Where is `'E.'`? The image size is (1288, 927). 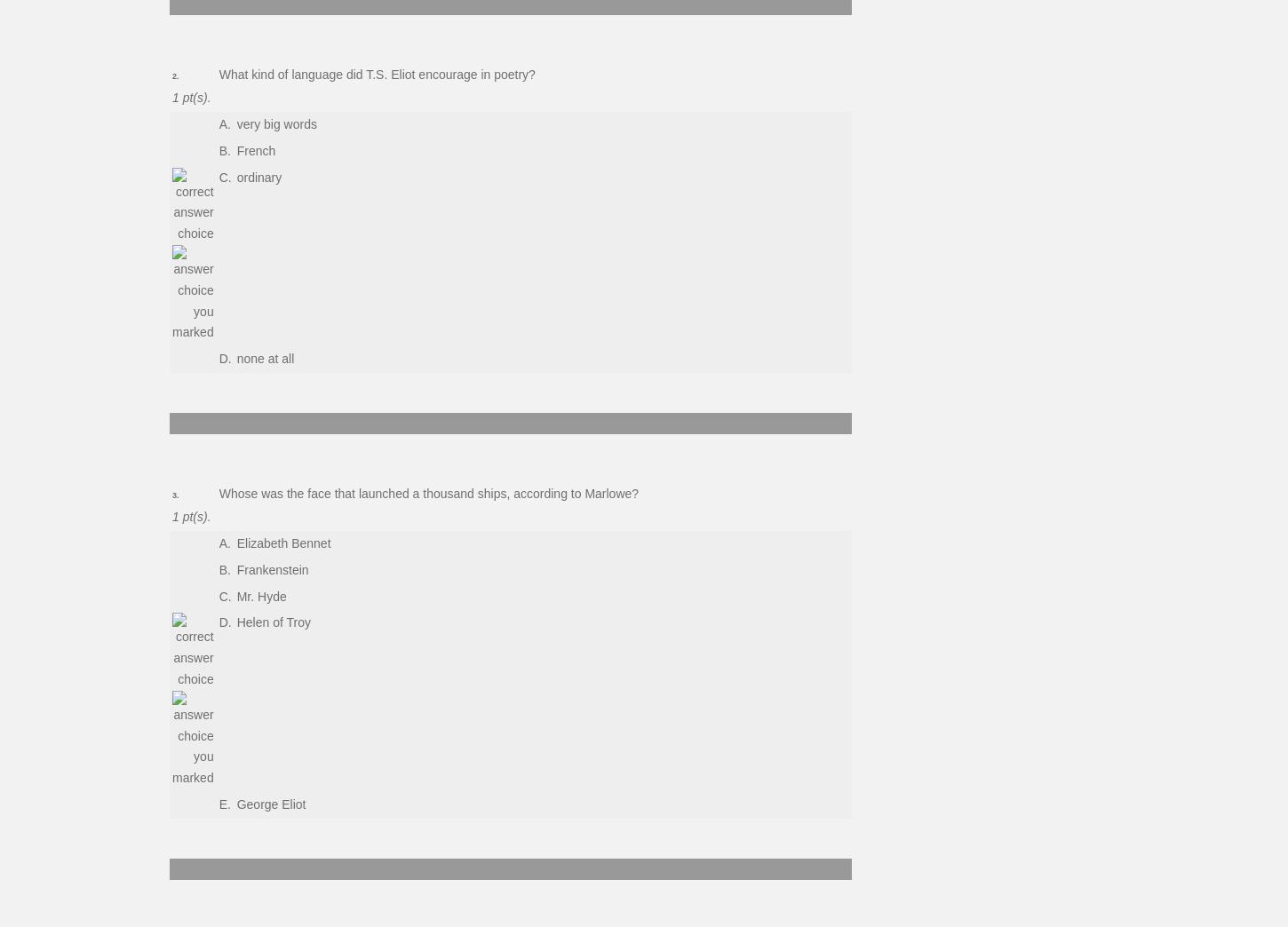 'E.' is located at coordinates (224, 804).